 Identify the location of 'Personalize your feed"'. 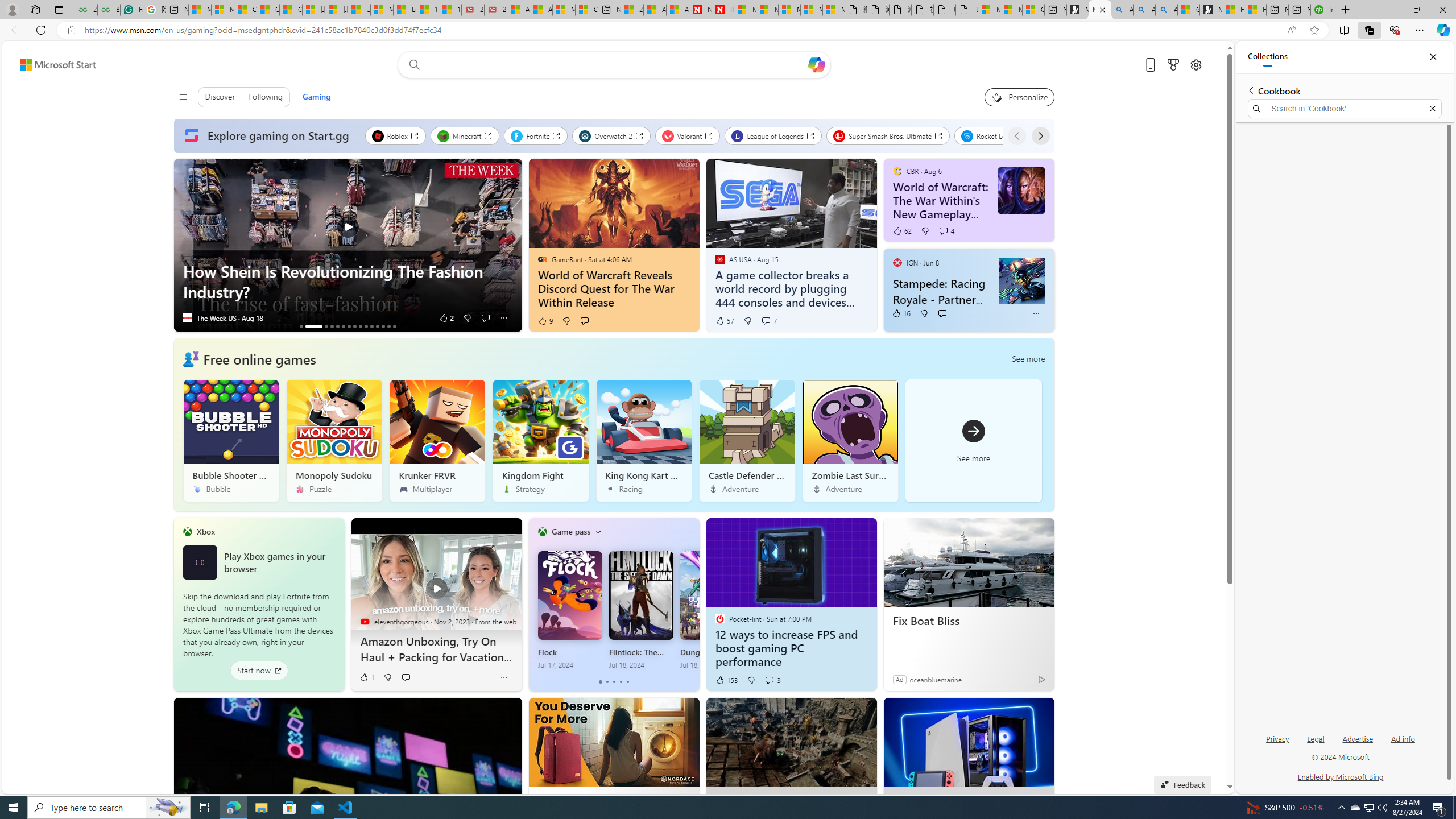
(1019, 97).